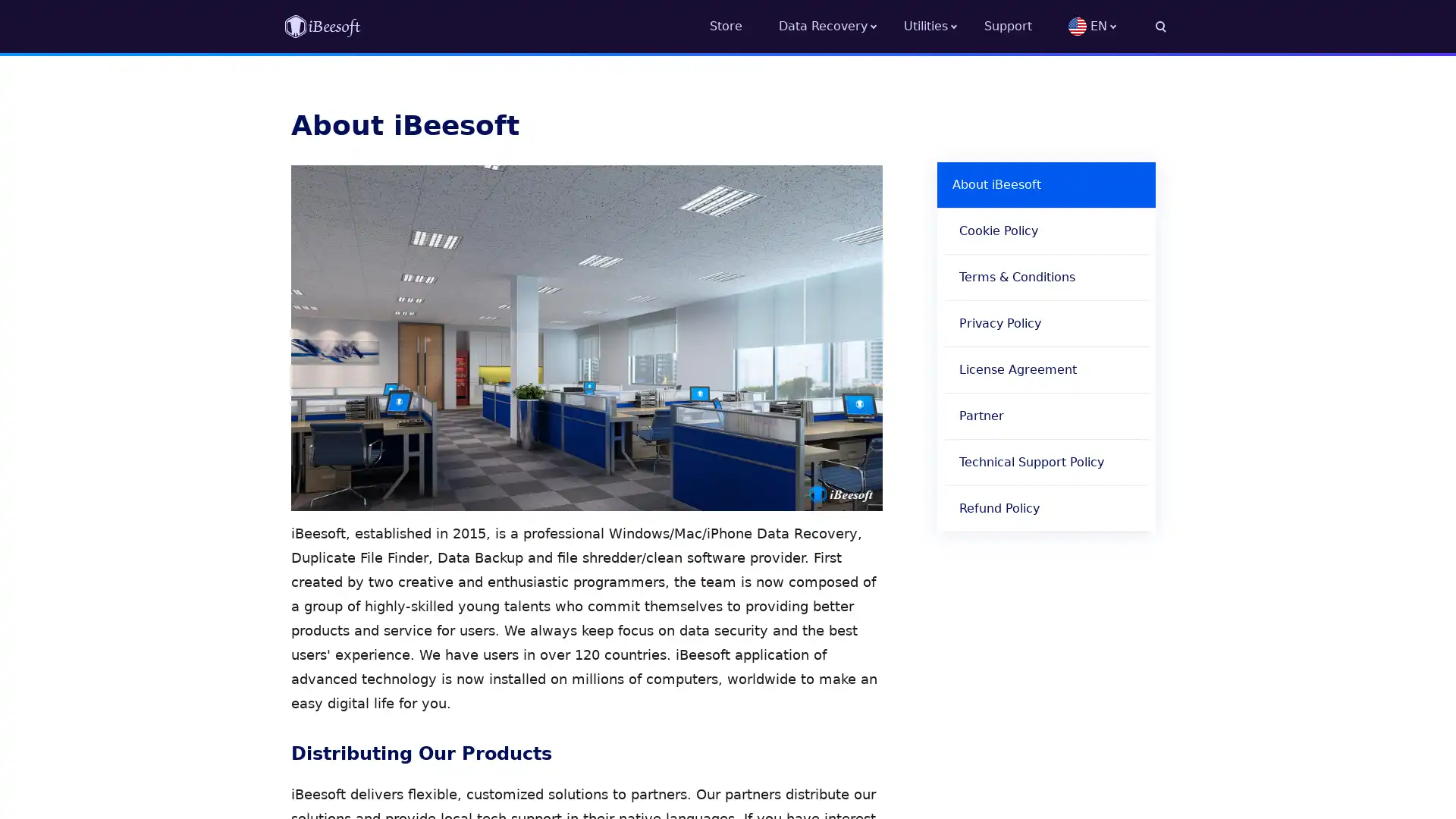 This screenshot has width=1456, height=819. Describe the element at coordinates (840, 26) in the screenshot. I see `products` at that location.